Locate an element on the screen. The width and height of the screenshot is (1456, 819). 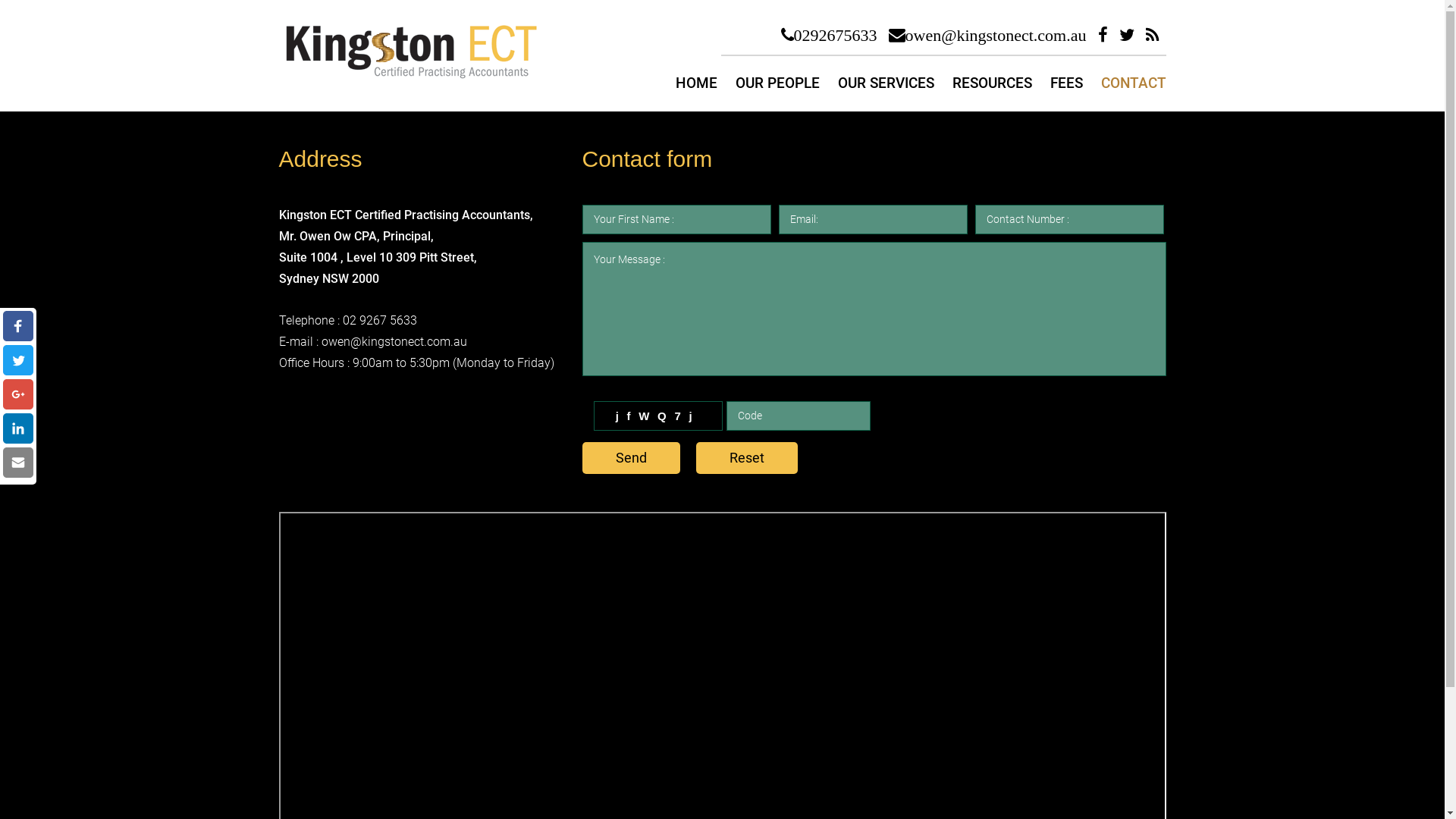
'Reset' is located at coordinates (746, 457).